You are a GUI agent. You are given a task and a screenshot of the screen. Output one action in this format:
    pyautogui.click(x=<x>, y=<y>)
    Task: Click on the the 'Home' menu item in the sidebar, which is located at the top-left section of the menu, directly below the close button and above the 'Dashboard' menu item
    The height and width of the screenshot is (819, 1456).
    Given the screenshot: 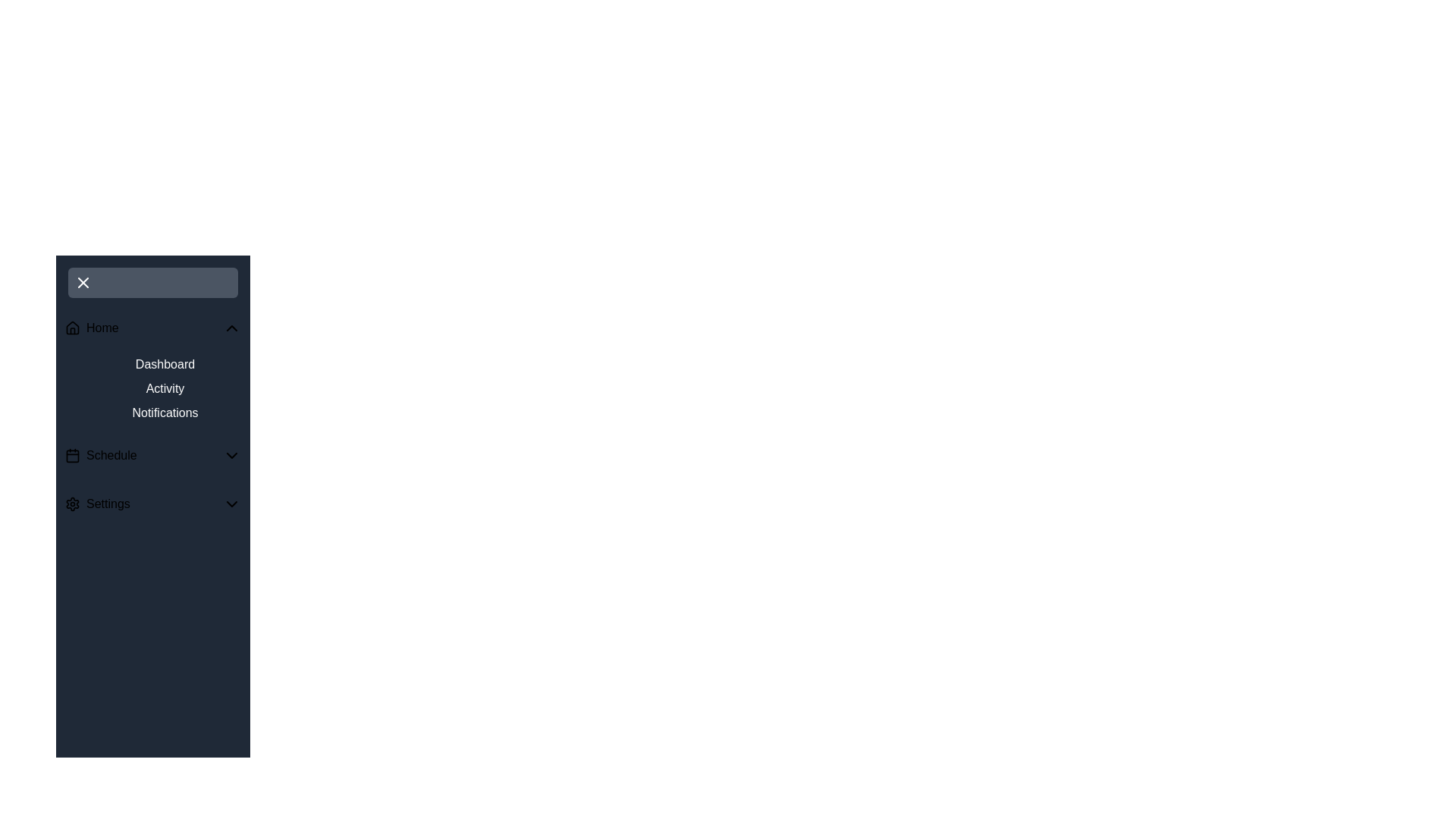 What is the action you would take?
    pyautogui.click(x=91, y=327)
    